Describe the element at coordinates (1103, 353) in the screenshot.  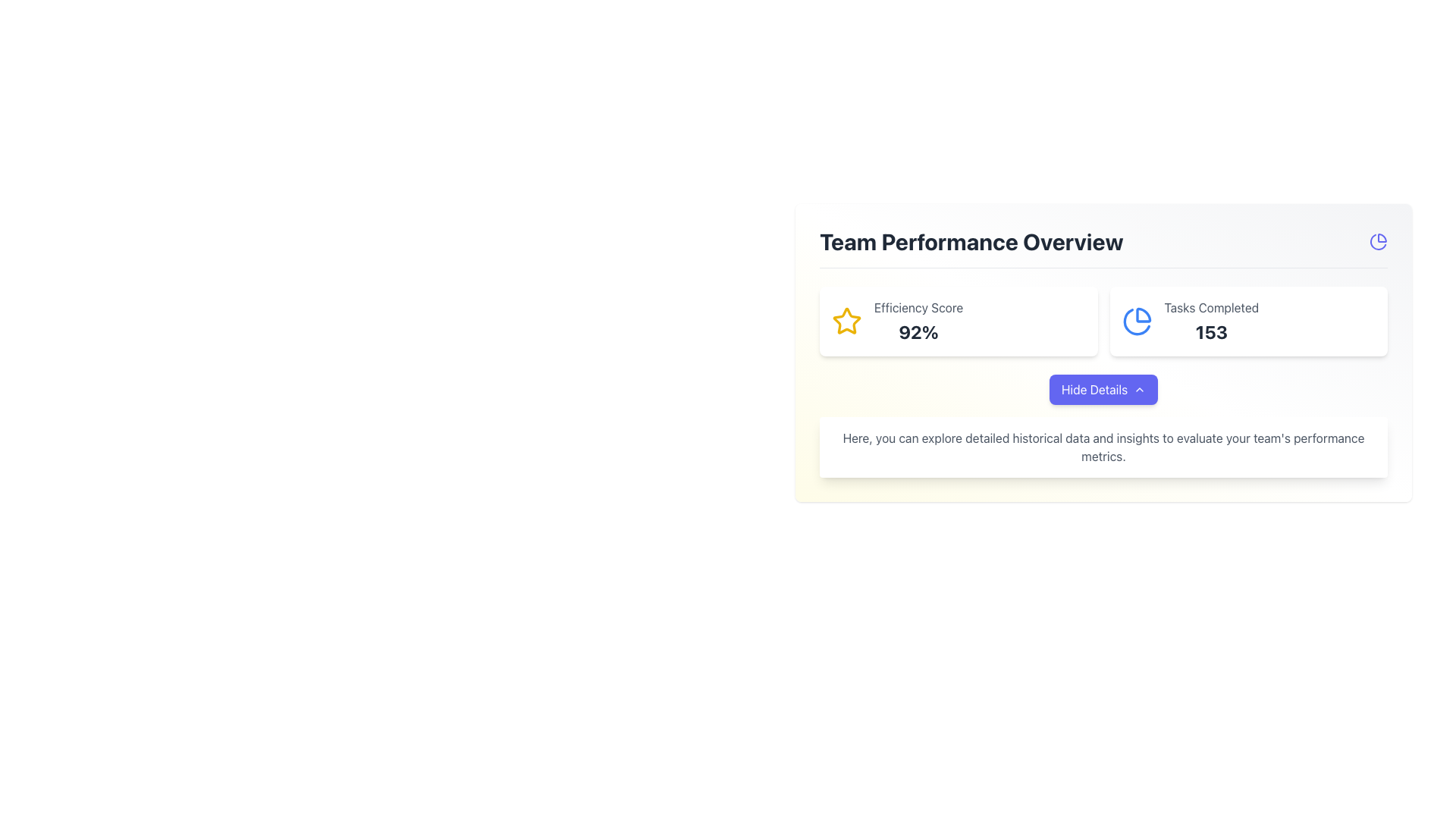
I see `the 'Hide Details' button located in the footer of the Information Panel titled 'Team Performance Overview'` at that location.